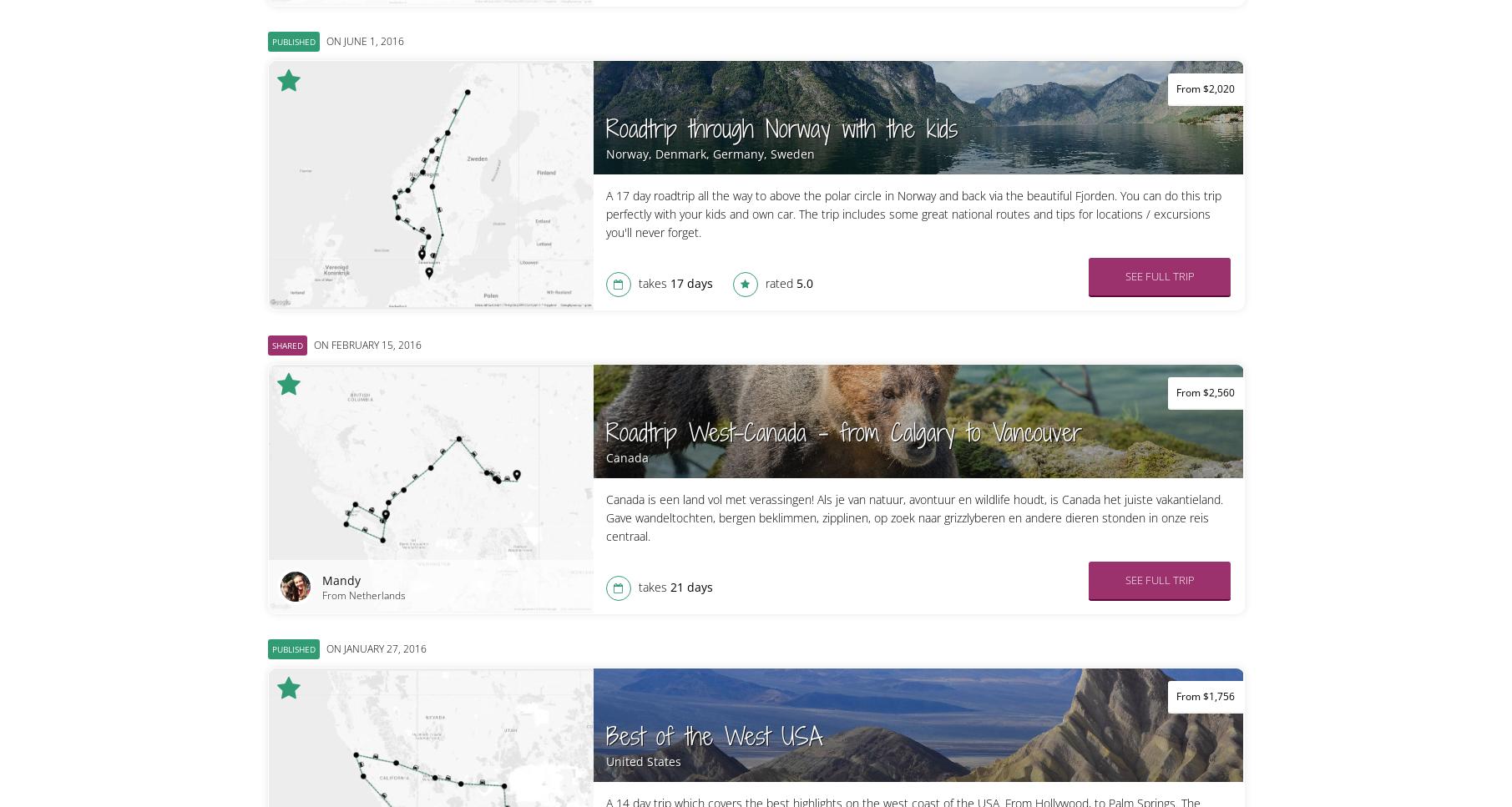 Image resolution: width=1512 pixels, height=807 pixels. I want to click on 'Shared', so click(286, 344).